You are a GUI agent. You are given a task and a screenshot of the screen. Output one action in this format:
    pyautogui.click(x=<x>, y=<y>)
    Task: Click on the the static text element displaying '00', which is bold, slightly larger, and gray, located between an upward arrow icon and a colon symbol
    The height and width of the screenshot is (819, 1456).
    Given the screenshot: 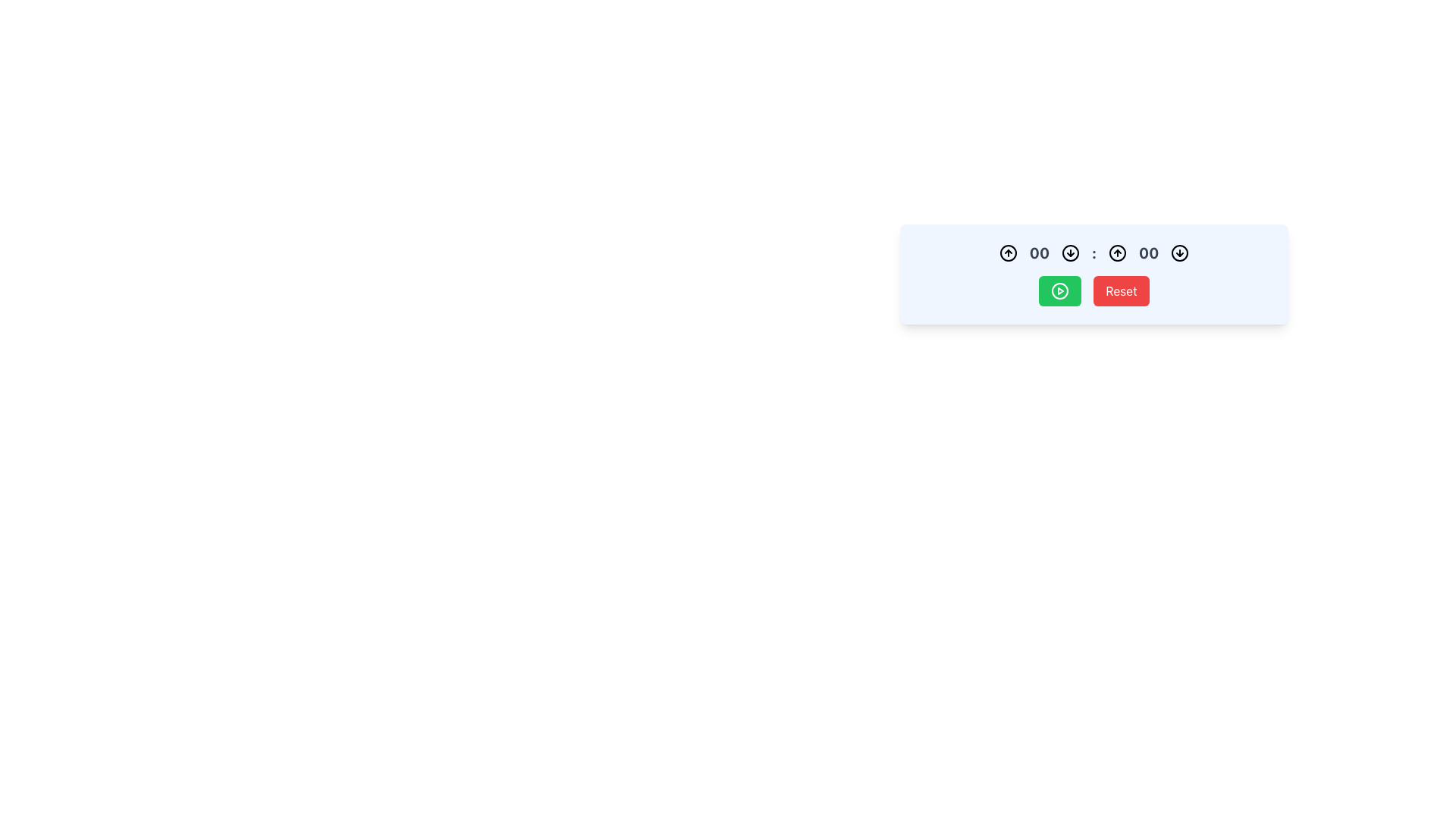 What is the action you would take?
    pyautogui.click(x=1038, y=253)
    